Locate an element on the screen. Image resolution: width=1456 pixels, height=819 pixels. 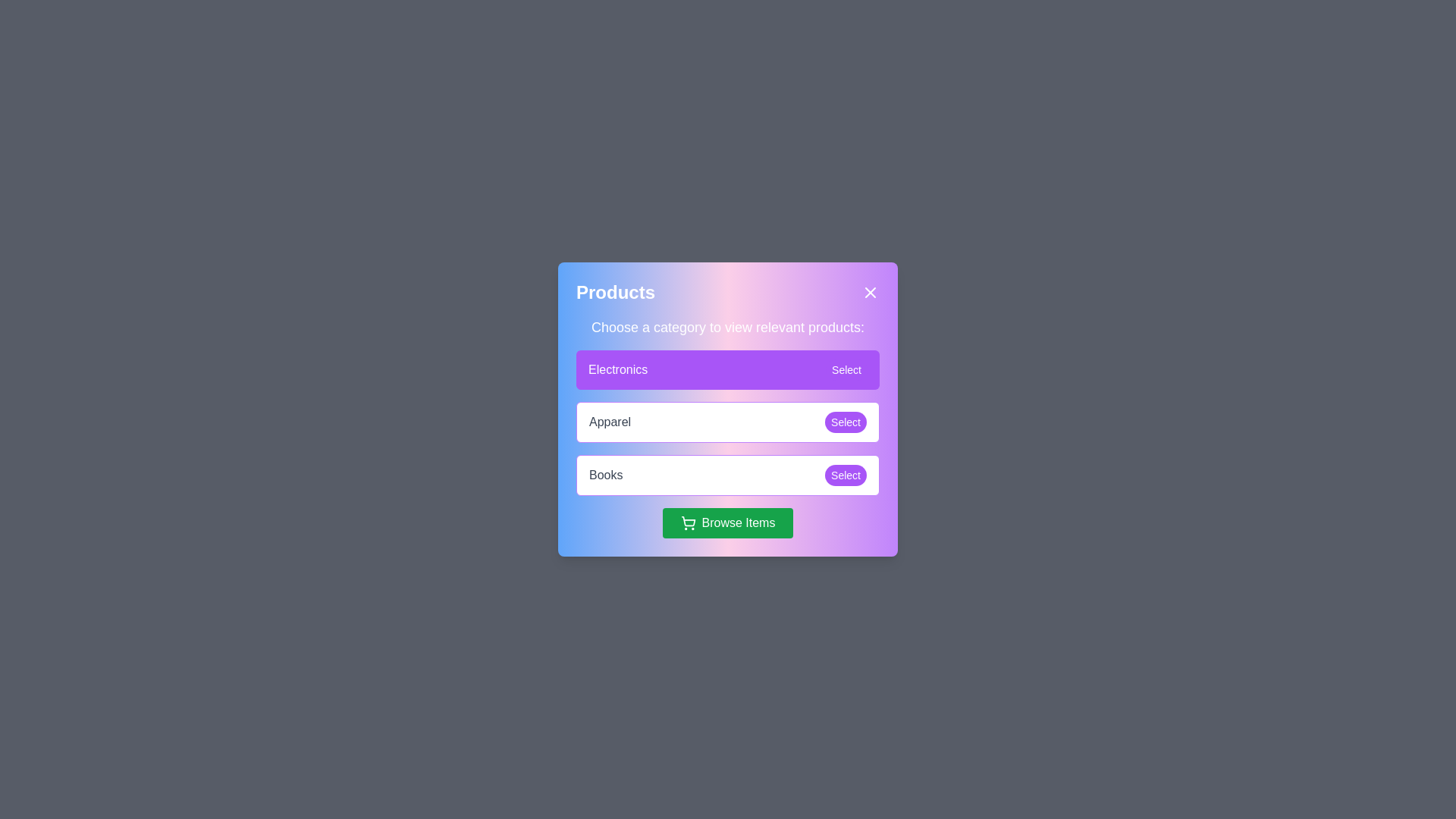
'Select' button associated with the 'Electronics' category is located at coordinates (846, 370).